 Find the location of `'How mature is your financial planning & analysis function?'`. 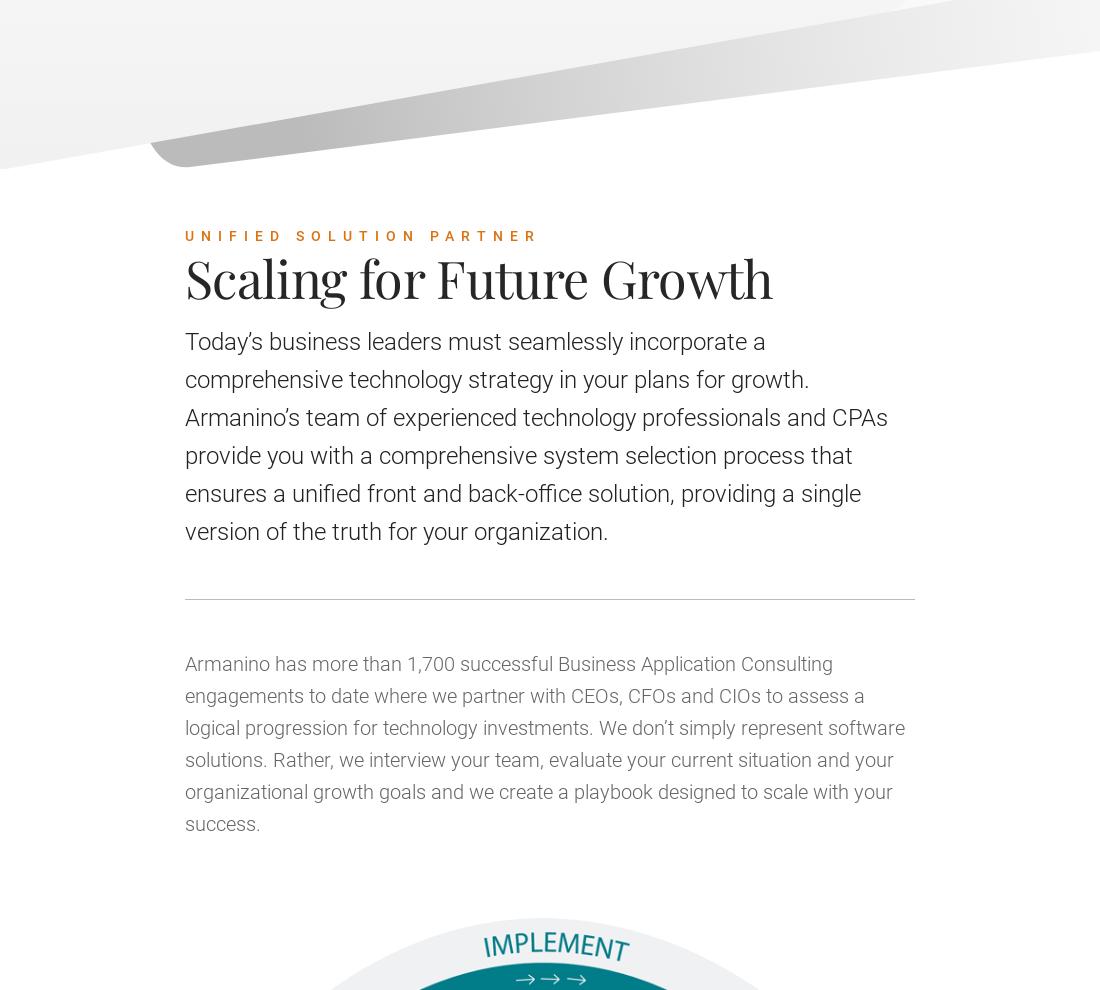

'How mature is your financial planning & analysis function?' is located at coordinates (834, 204).